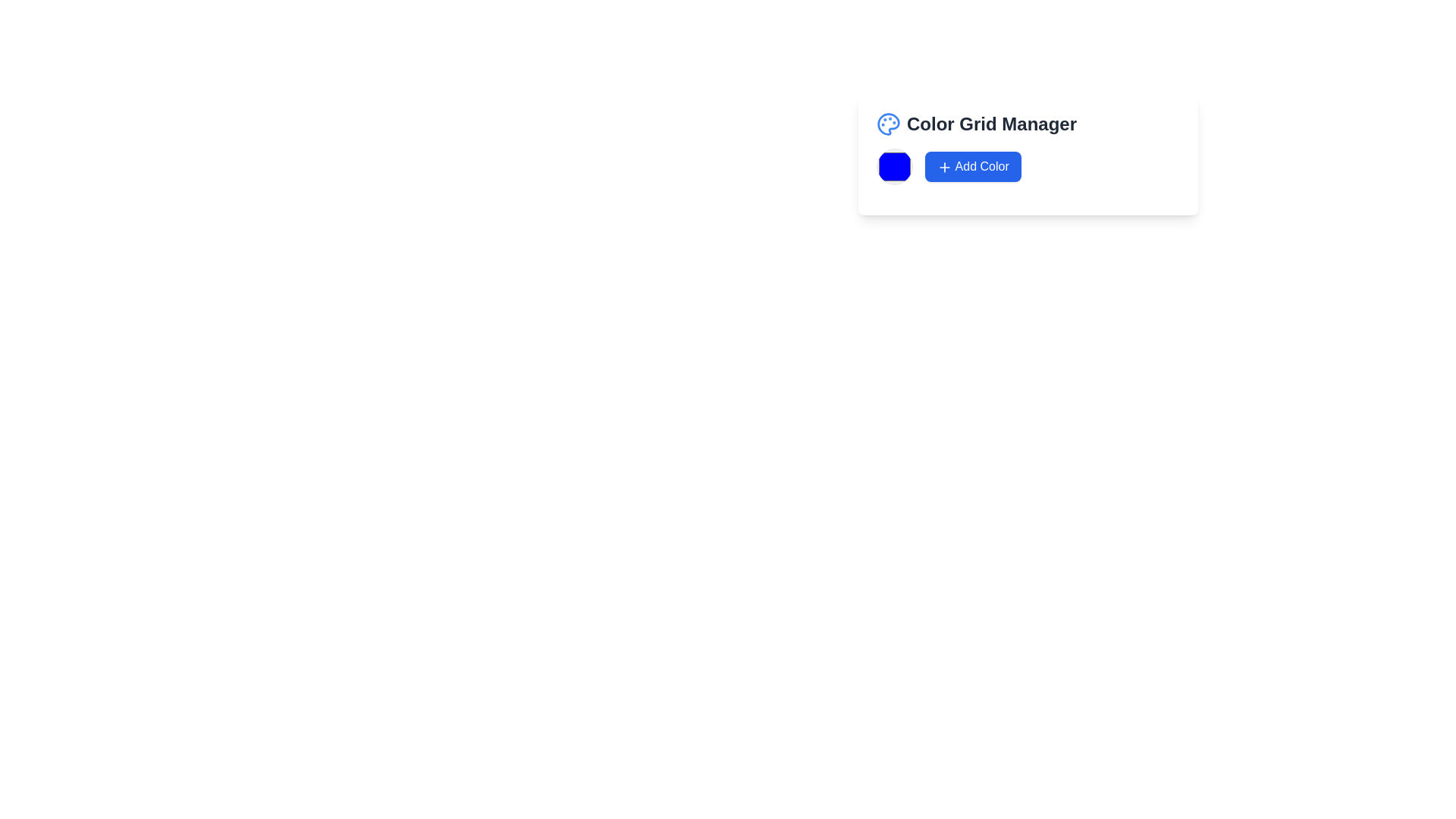 The width and height of the screenshot is (1456, 819). Describe the element at coordinates (888, 124) in the screenshot. I see `the blue painter's palette icon located to the left of the 'Color Grid Manager' text` at that location.